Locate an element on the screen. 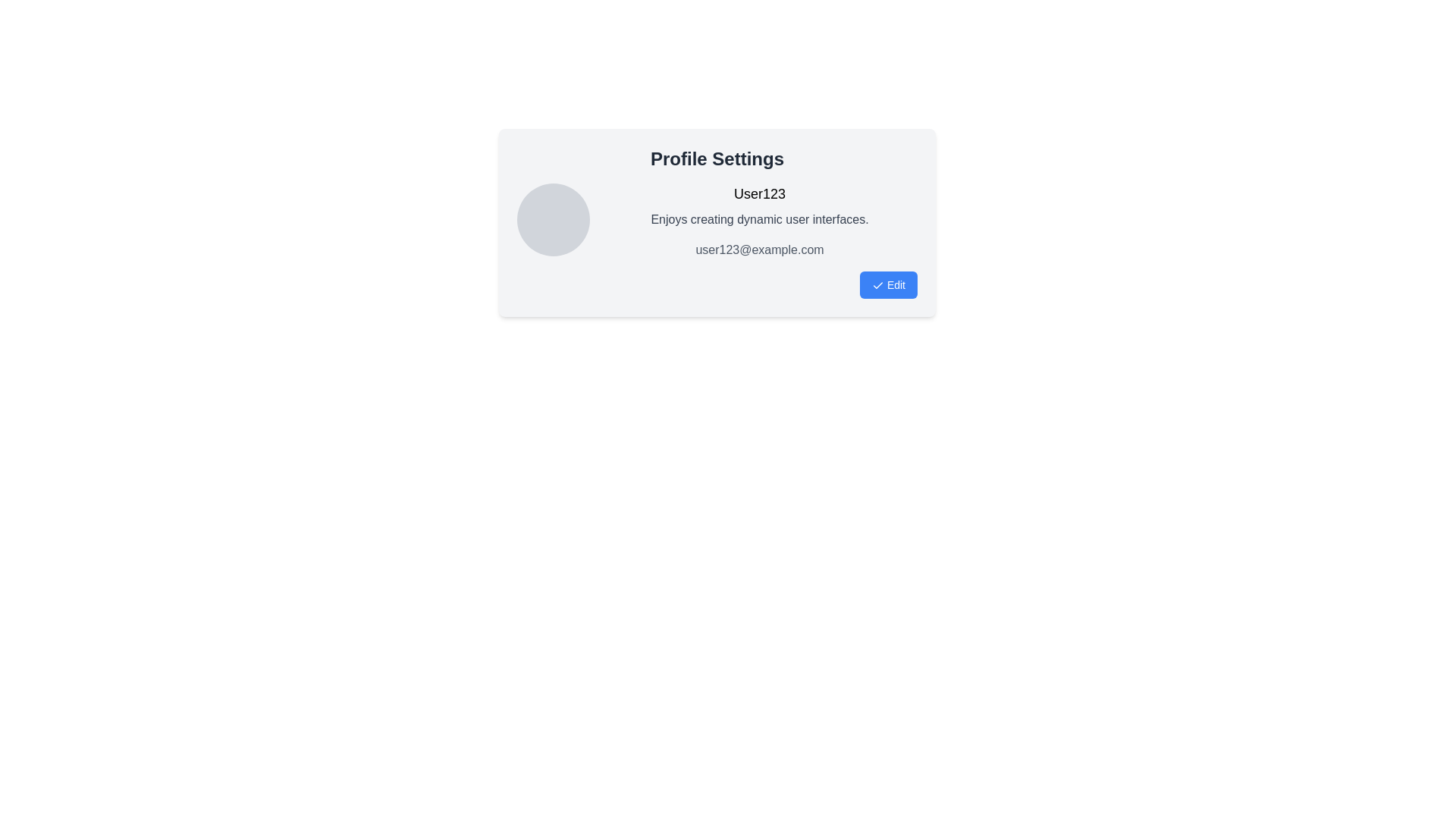  the static design of the checkmark icon located inside the 'Edit' button in the bottom-right corner of the 'Profile Settings' card is located at coordinates (877, 286).